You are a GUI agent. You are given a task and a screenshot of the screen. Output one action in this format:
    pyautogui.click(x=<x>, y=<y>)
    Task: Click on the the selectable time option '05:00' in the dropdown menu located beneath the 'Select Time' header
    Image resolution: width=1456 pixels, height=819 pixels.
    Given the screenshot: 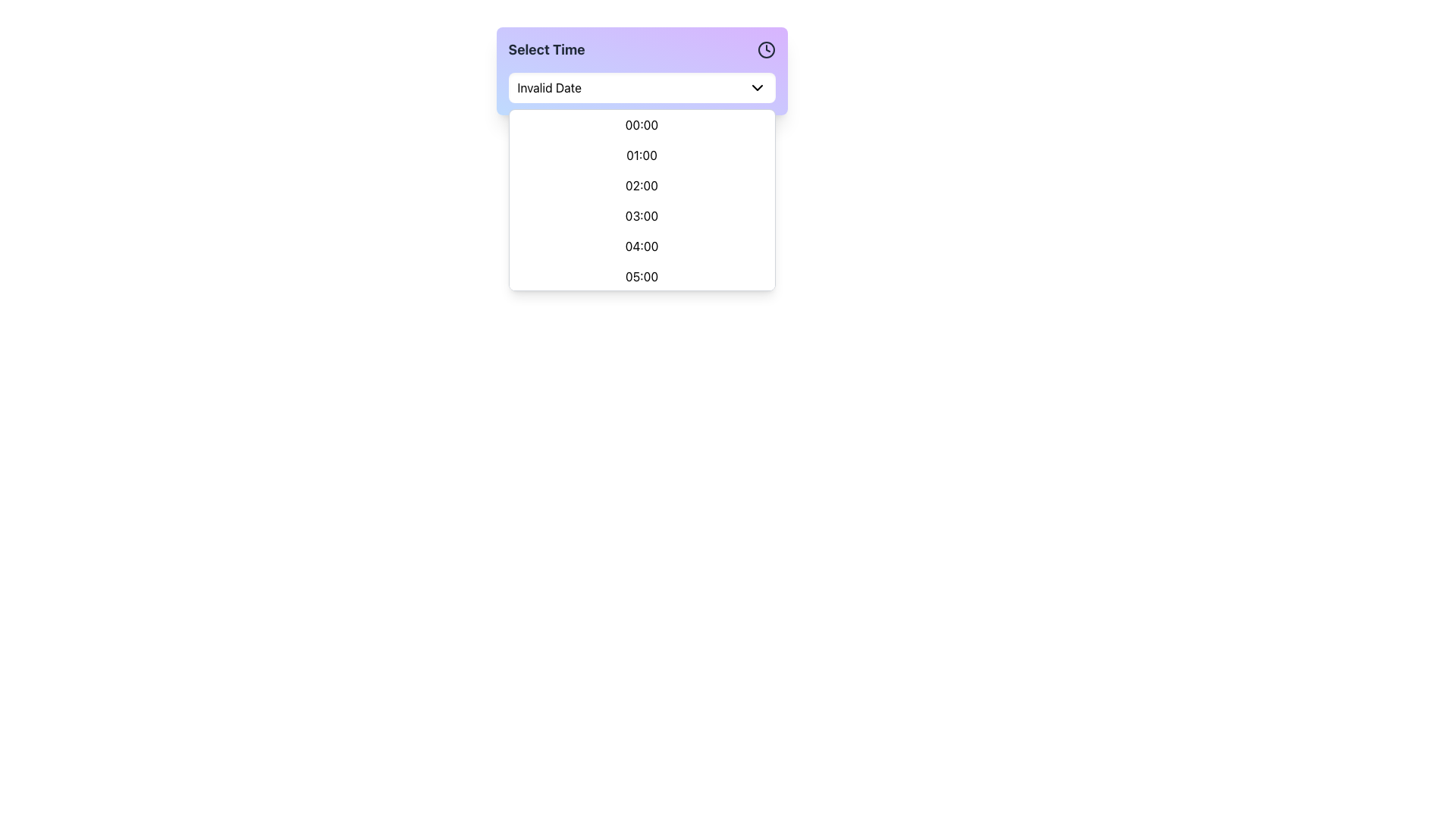 What is the action you would take?
    pyautogui.click(x=642, y=277)
    